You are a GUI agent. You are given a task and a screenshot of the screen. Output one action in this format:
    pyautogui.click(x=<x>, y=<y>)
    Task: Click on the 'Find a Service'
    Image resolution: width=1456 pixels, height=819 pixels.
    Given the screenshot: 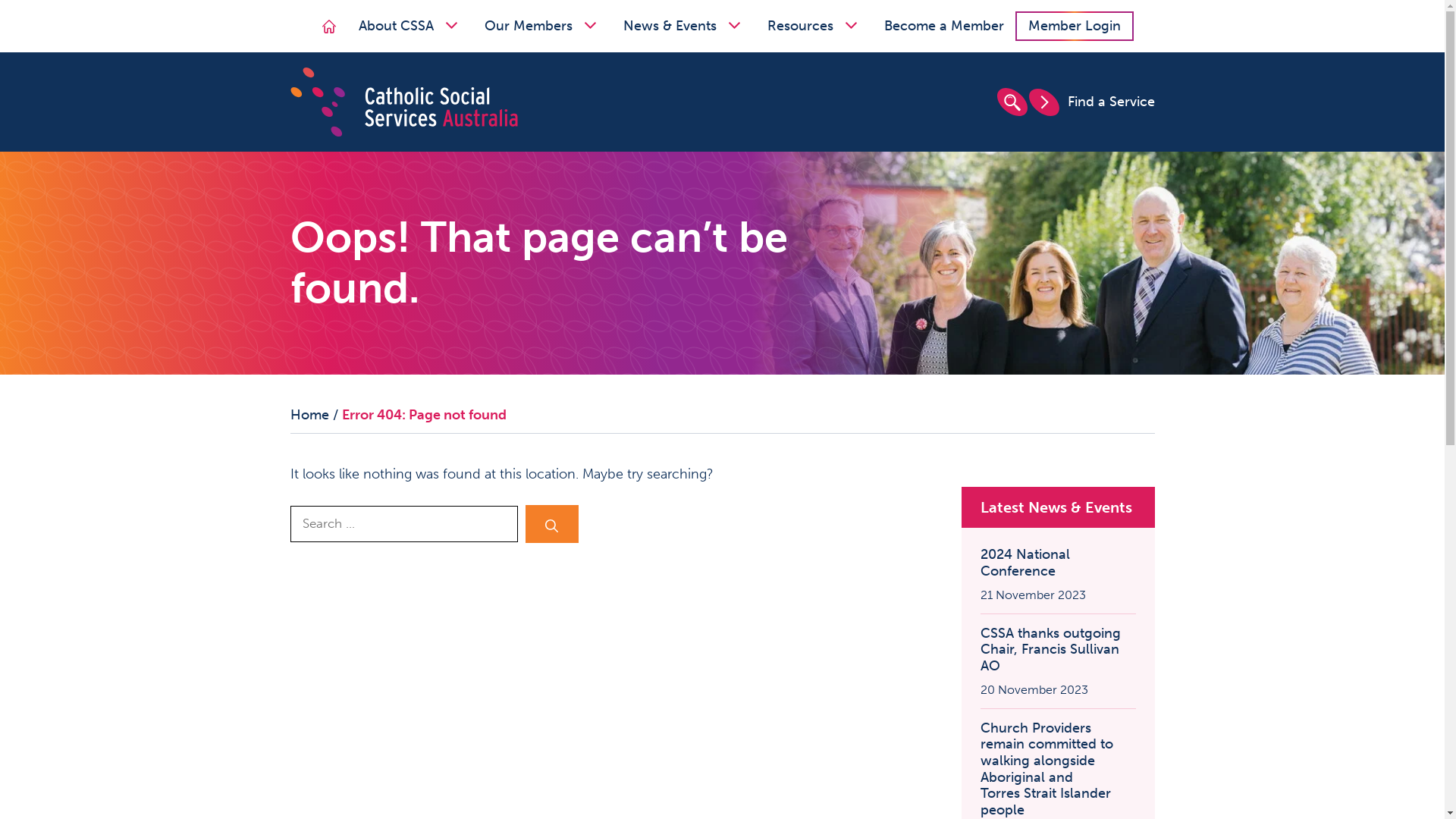 What is the action you would take?
    pyautogui.click(x=1090, y=102)
    